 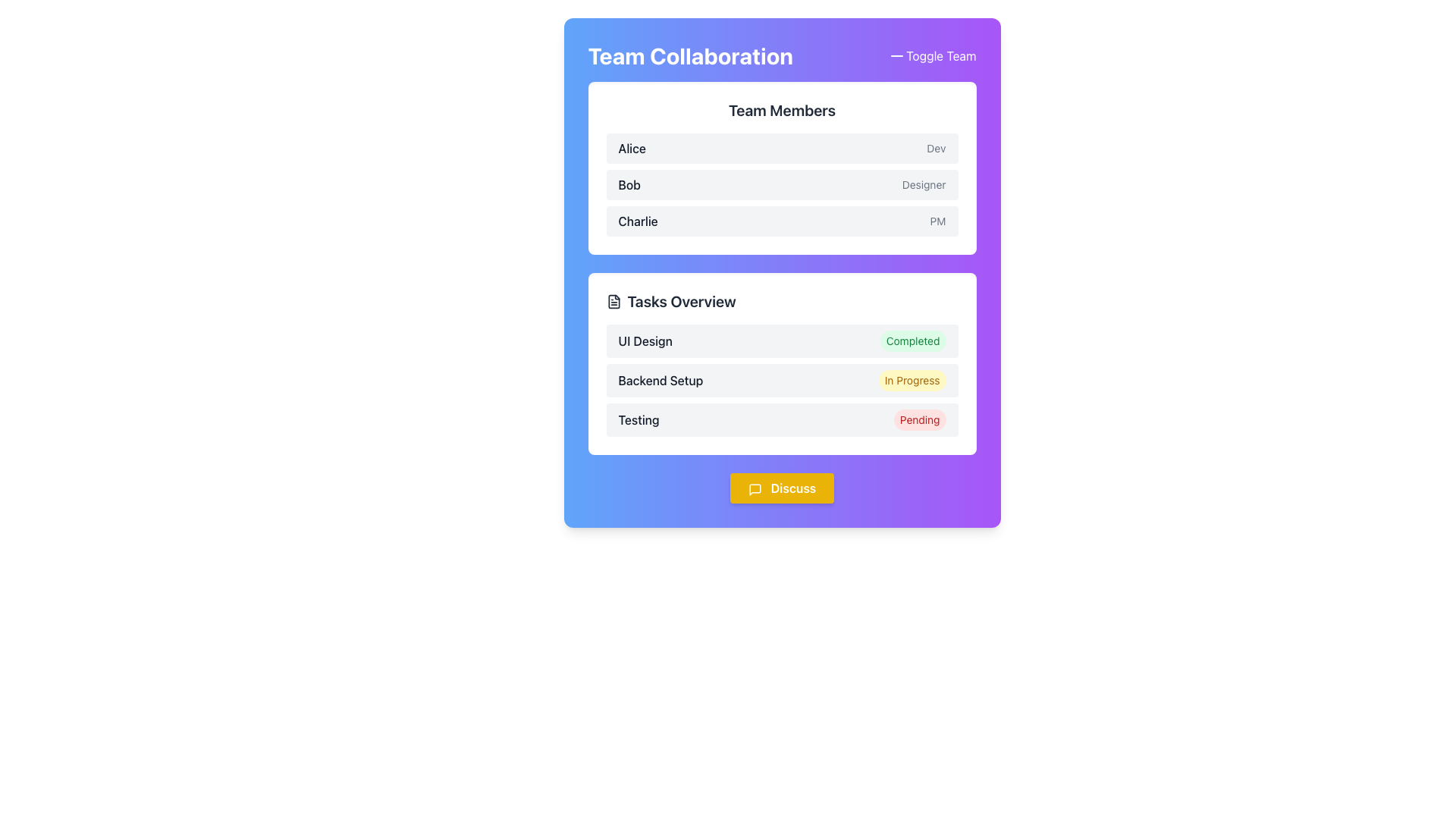 I want to click on the icon representing task-related documentation located to the left of the 'Tasks Overview' heading, so click(x=613, y=301).